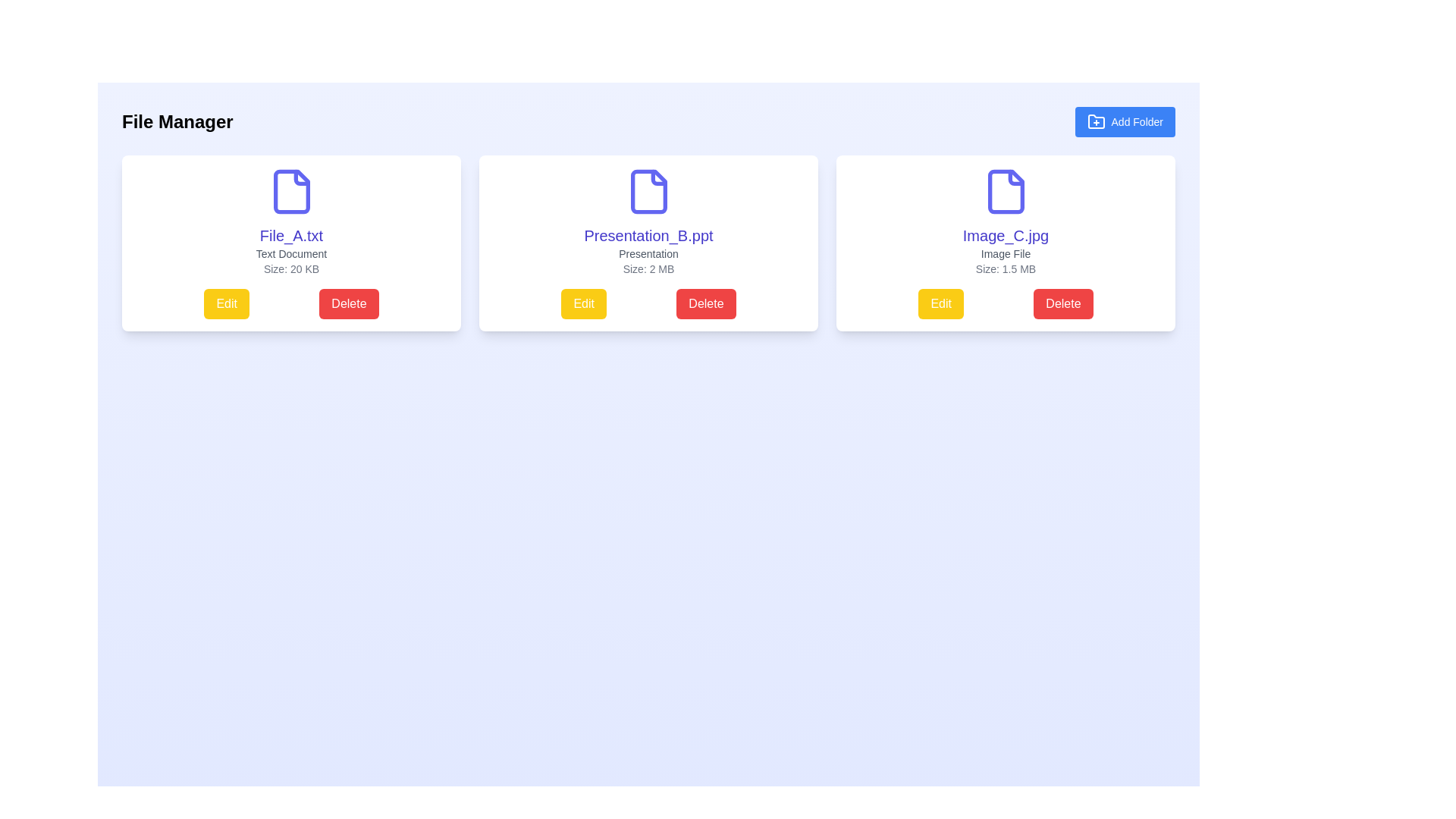  I want to click on the text label displaying the file name 'Image_C.jpg' located in the third card of the horizontally aligned list, so click(1006, 236).